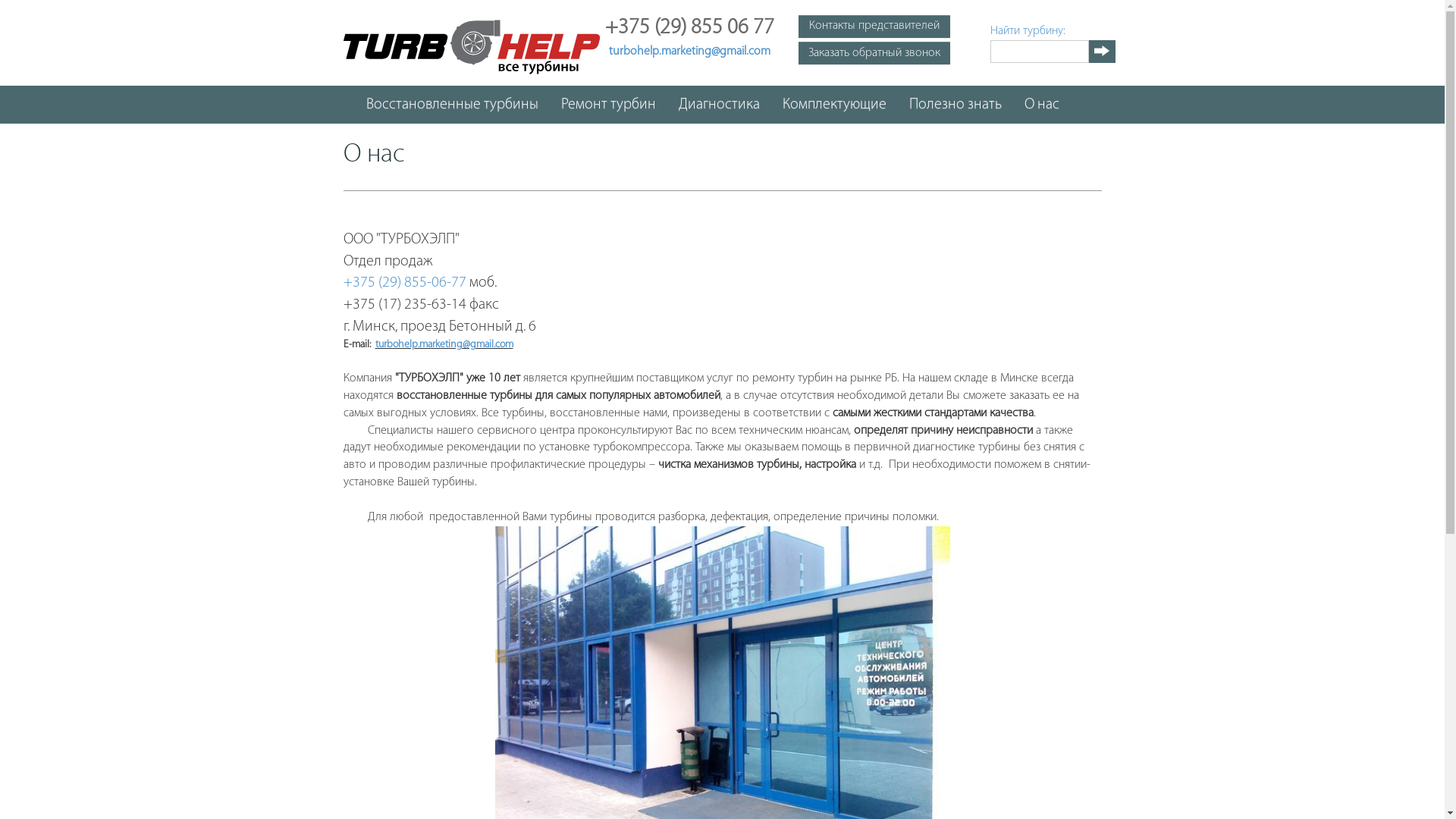  I want to click on 'turbohelp.marketing@gmail.com', so click(608, 51).